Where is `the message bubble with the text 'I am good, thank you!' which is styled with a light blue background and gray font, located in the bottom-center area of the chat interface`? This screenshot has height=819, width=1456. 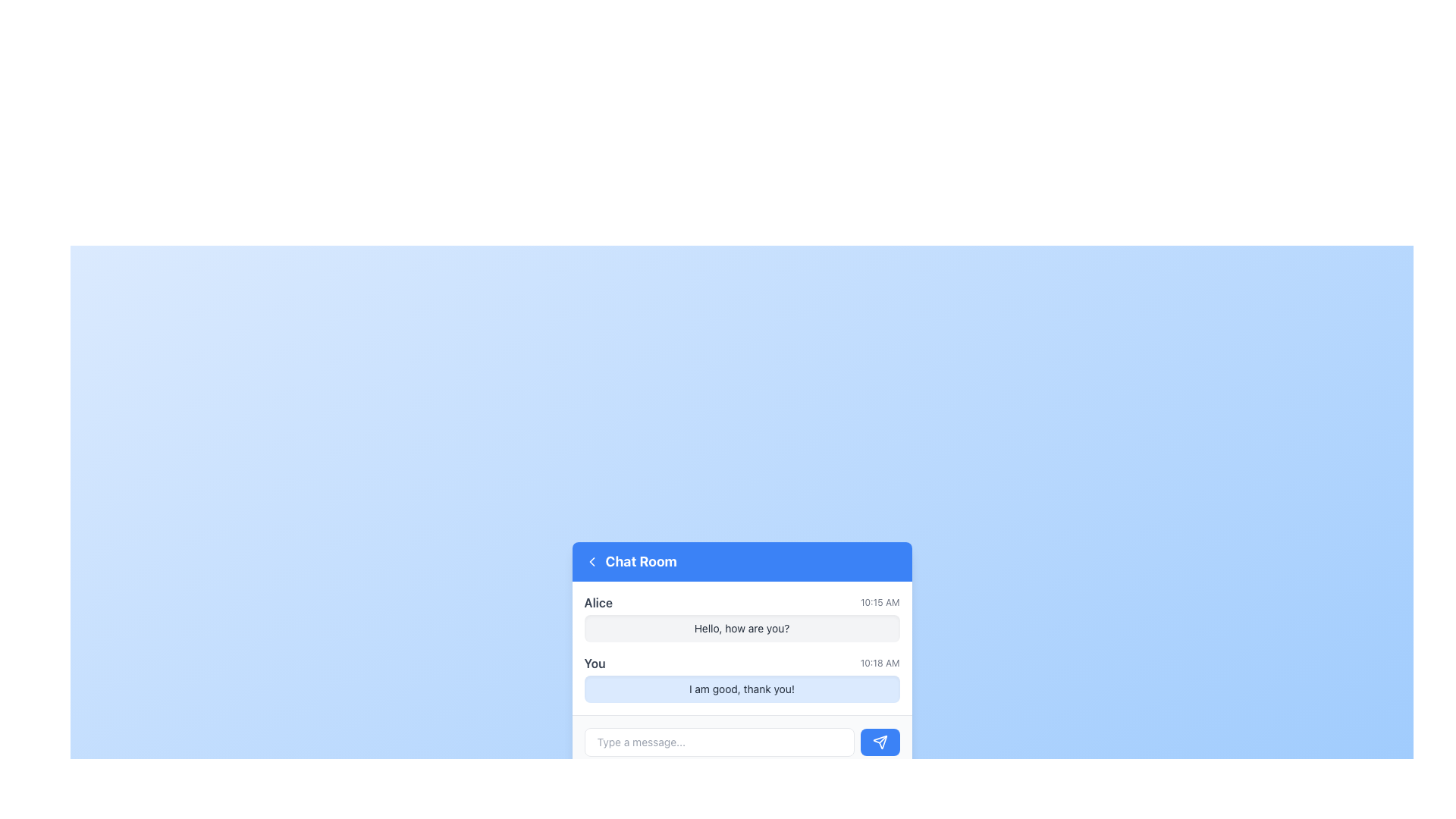
the message bubble with the text 'I am good, thank you!' which is styled with a light blue background and gray font, located in the bottom-center area of the chat interface is located at coordinates (742, 689).